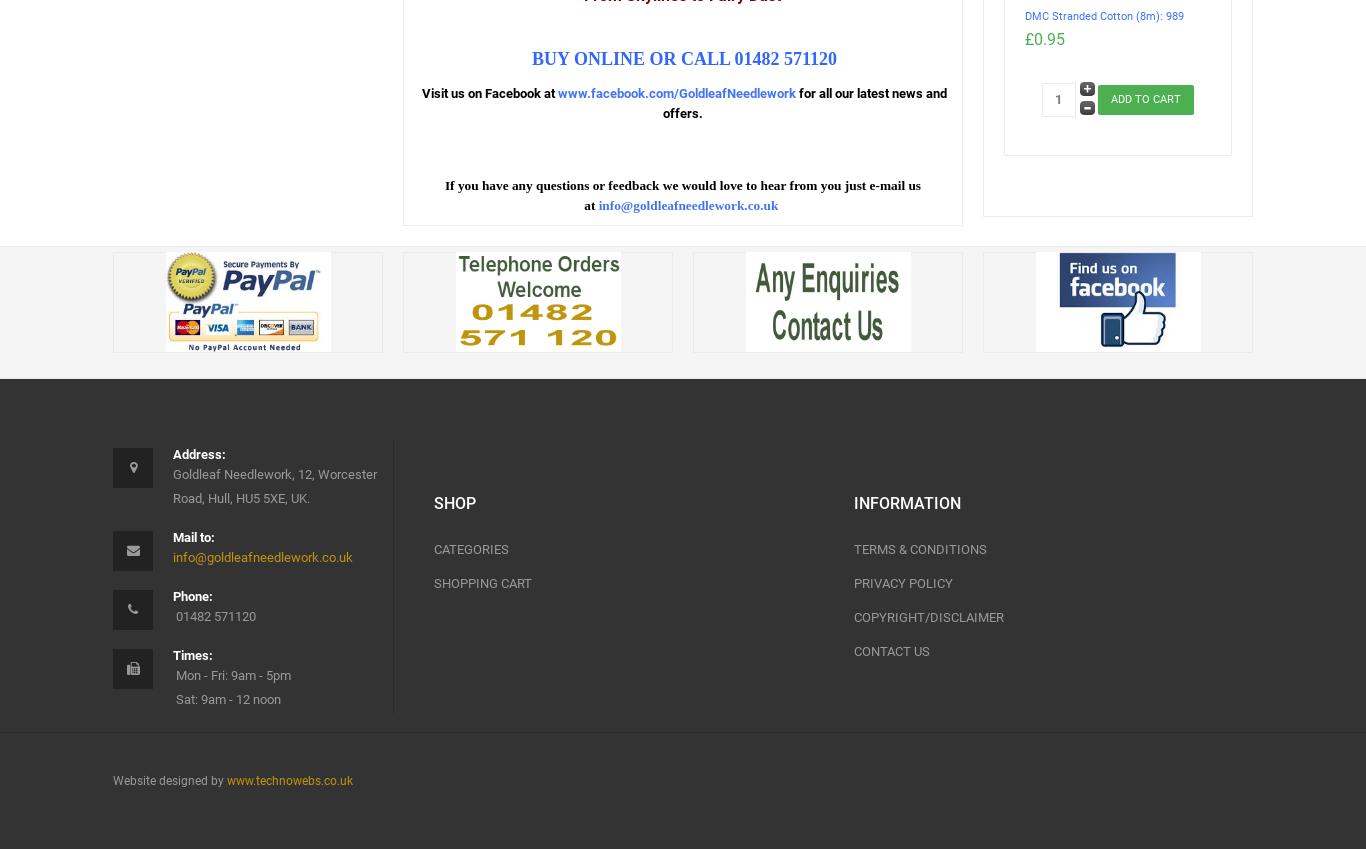 Image resolution: width=1366 pixels, height=849 pixels. I want to click on 'Shop', so click(432, 502).